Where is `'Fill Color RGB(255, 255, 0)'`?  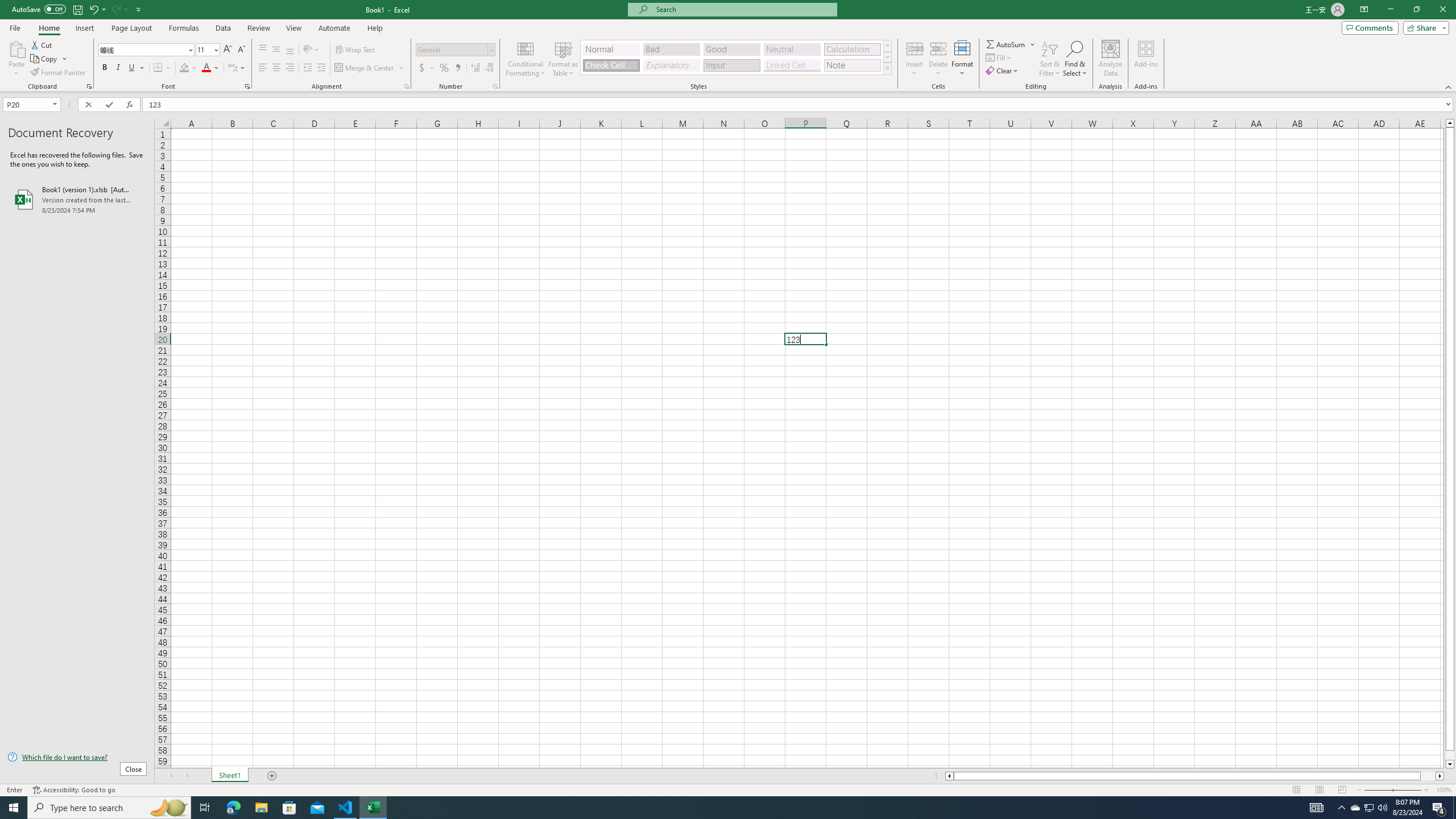 'Fill Color RGB(255, 255, 0)' is located at coordinates (183, 67).